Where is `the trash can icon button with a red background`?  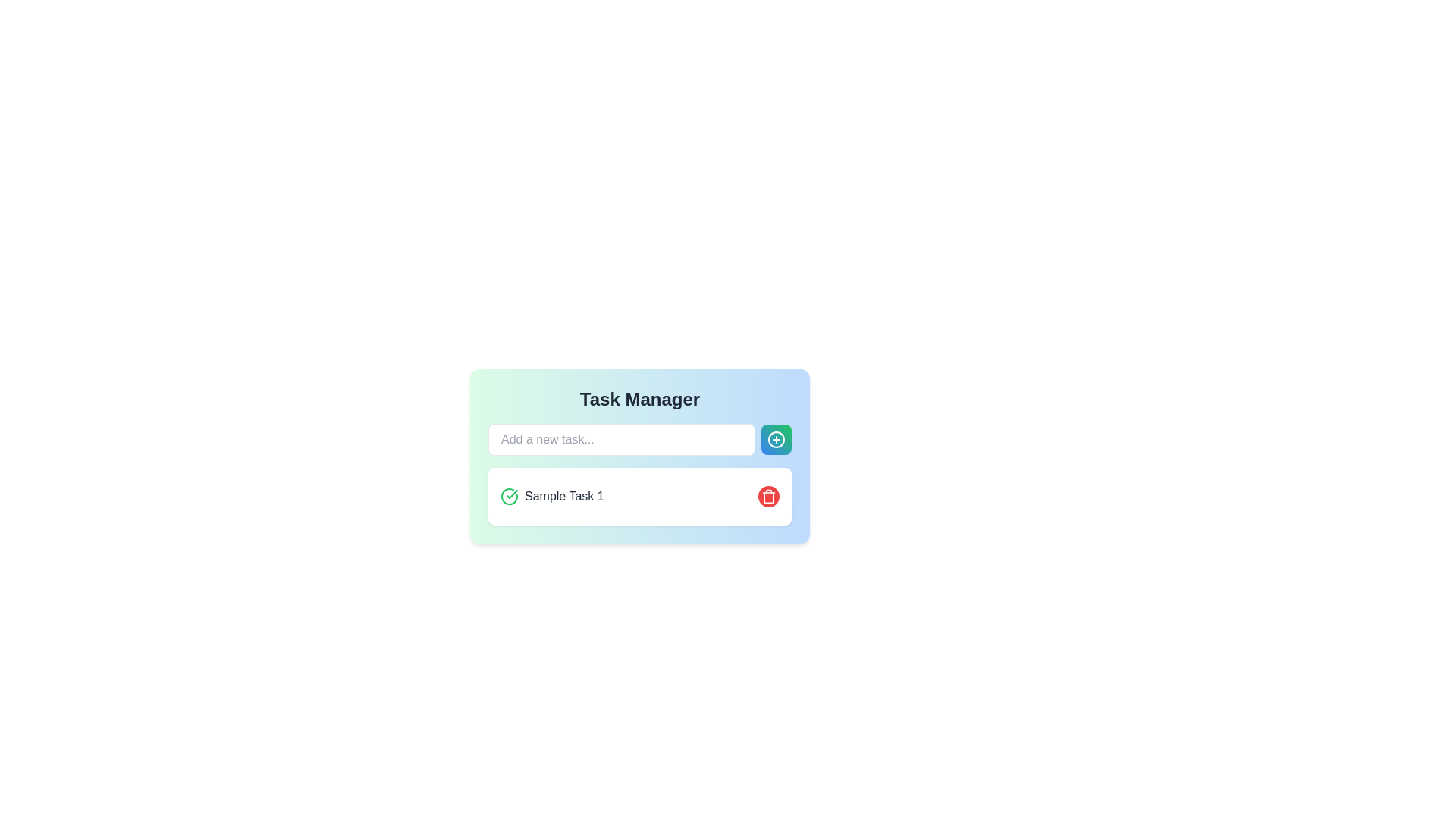
the trash can icon button with a red background is located at coordinates (768, 497).